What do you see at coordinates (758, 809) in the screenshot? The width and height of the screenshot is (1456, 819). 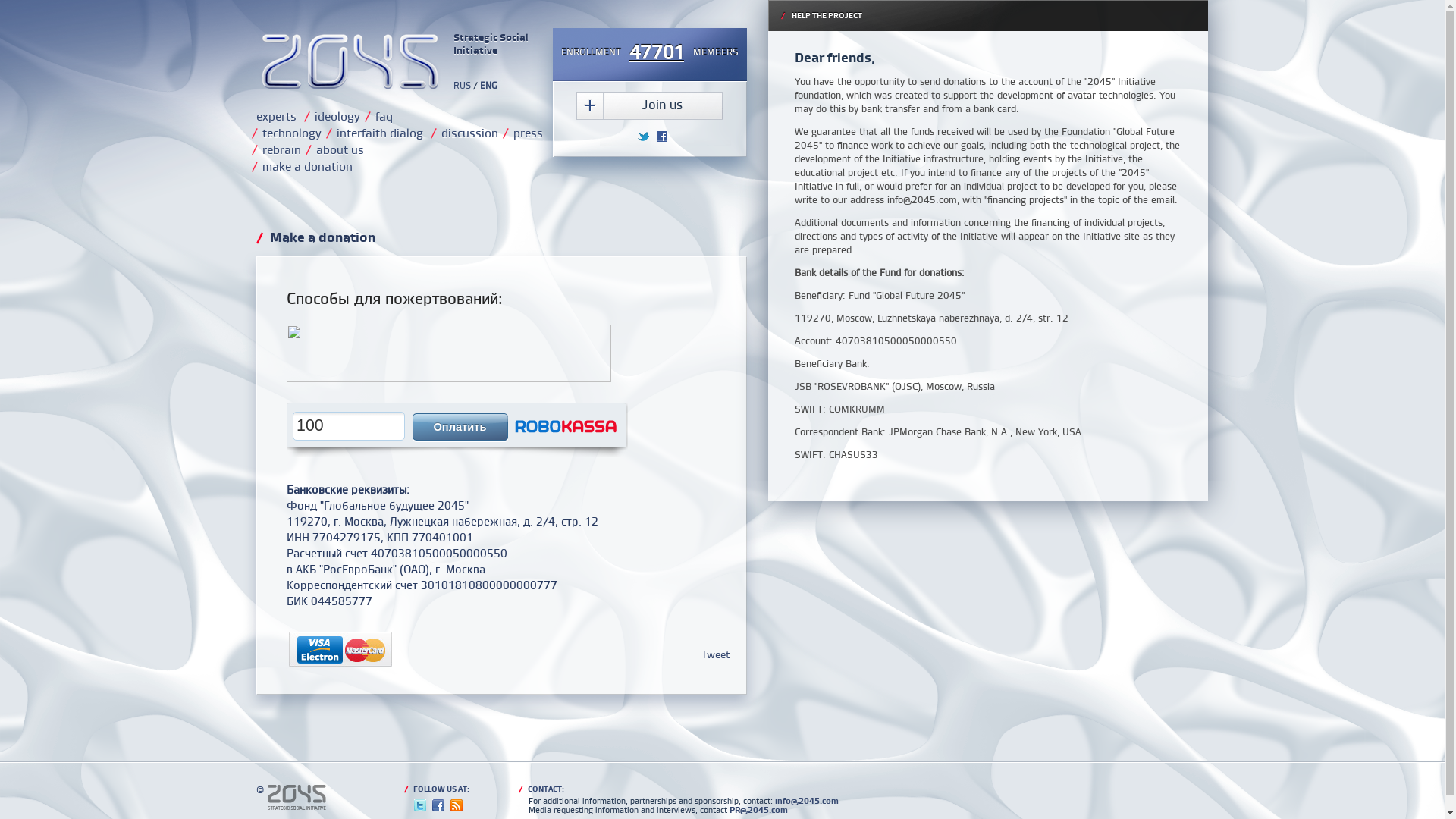 I see `'PR@2045.com'` at bounding box center [758, 809].